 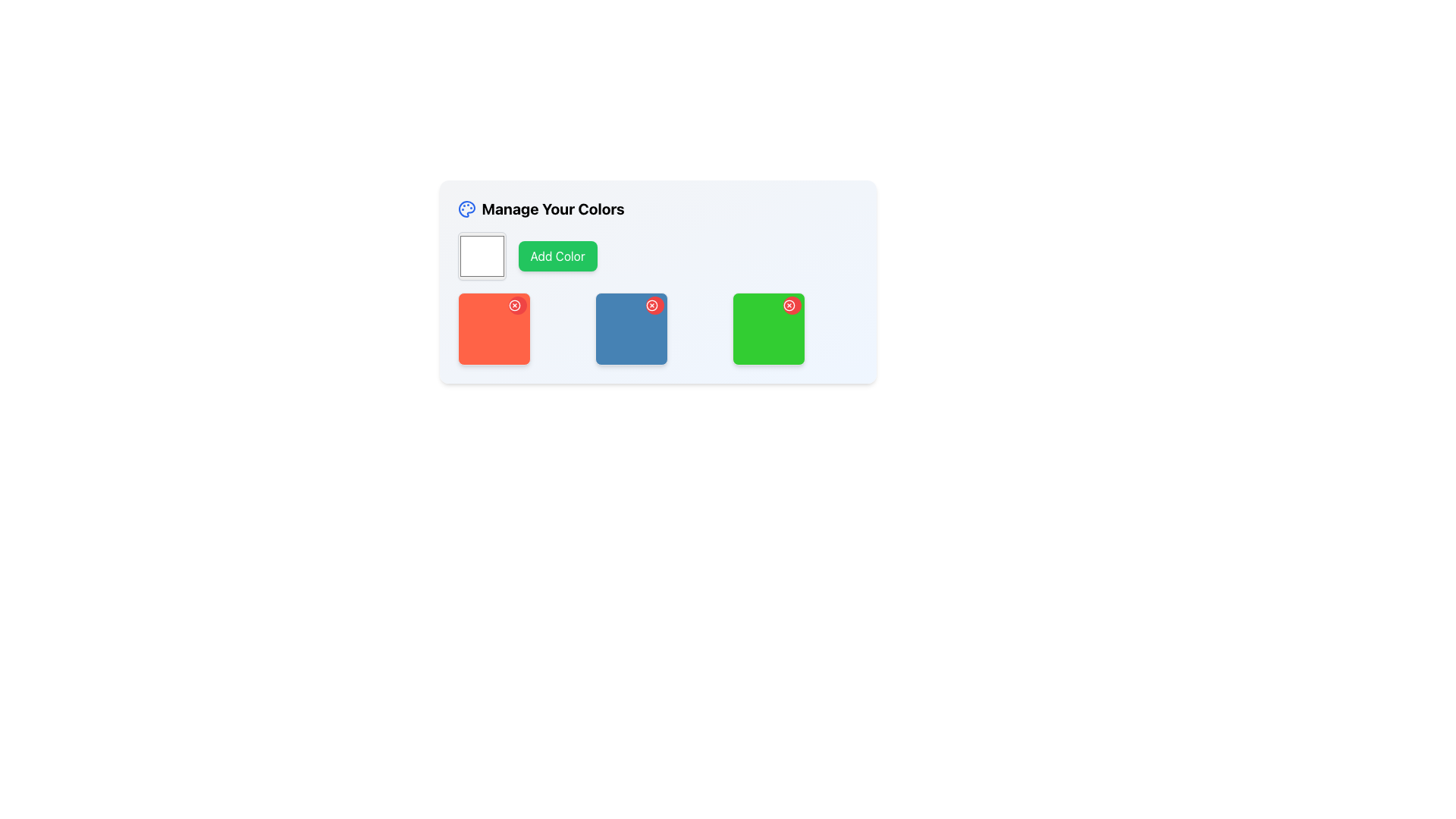 What do you see at coordinates (514, 305) in the screenshot?
I see `the close/delete icon located at the top-right corner of the red circular button, which is positioned in the upper-right corner of the red square under the 'Manage Your Colors' header` at bounding box center [514, 305].